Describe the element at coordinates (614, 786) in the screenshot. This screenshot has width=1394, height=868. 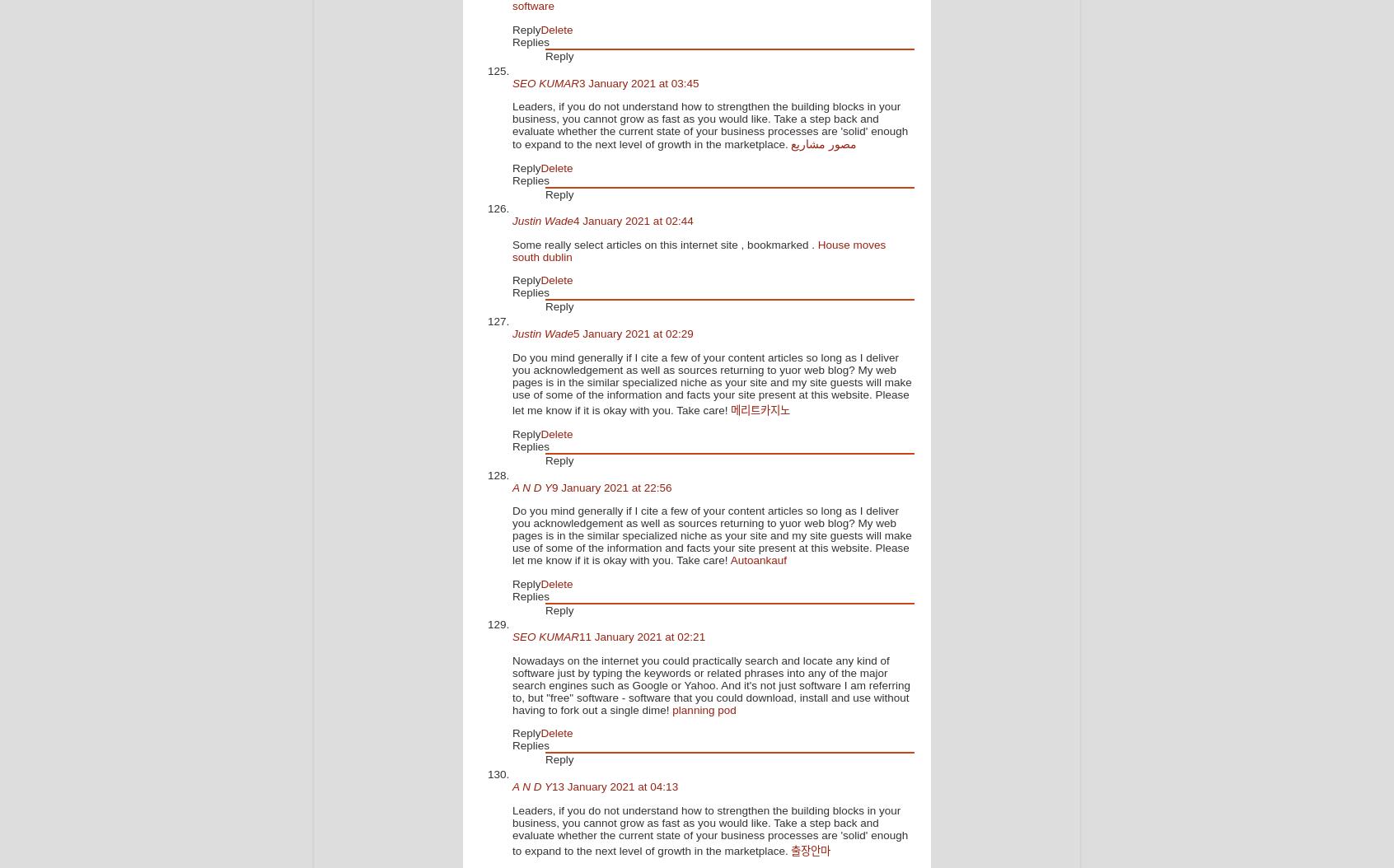
I see `'13 January 2021 at 04:13'` at that location.